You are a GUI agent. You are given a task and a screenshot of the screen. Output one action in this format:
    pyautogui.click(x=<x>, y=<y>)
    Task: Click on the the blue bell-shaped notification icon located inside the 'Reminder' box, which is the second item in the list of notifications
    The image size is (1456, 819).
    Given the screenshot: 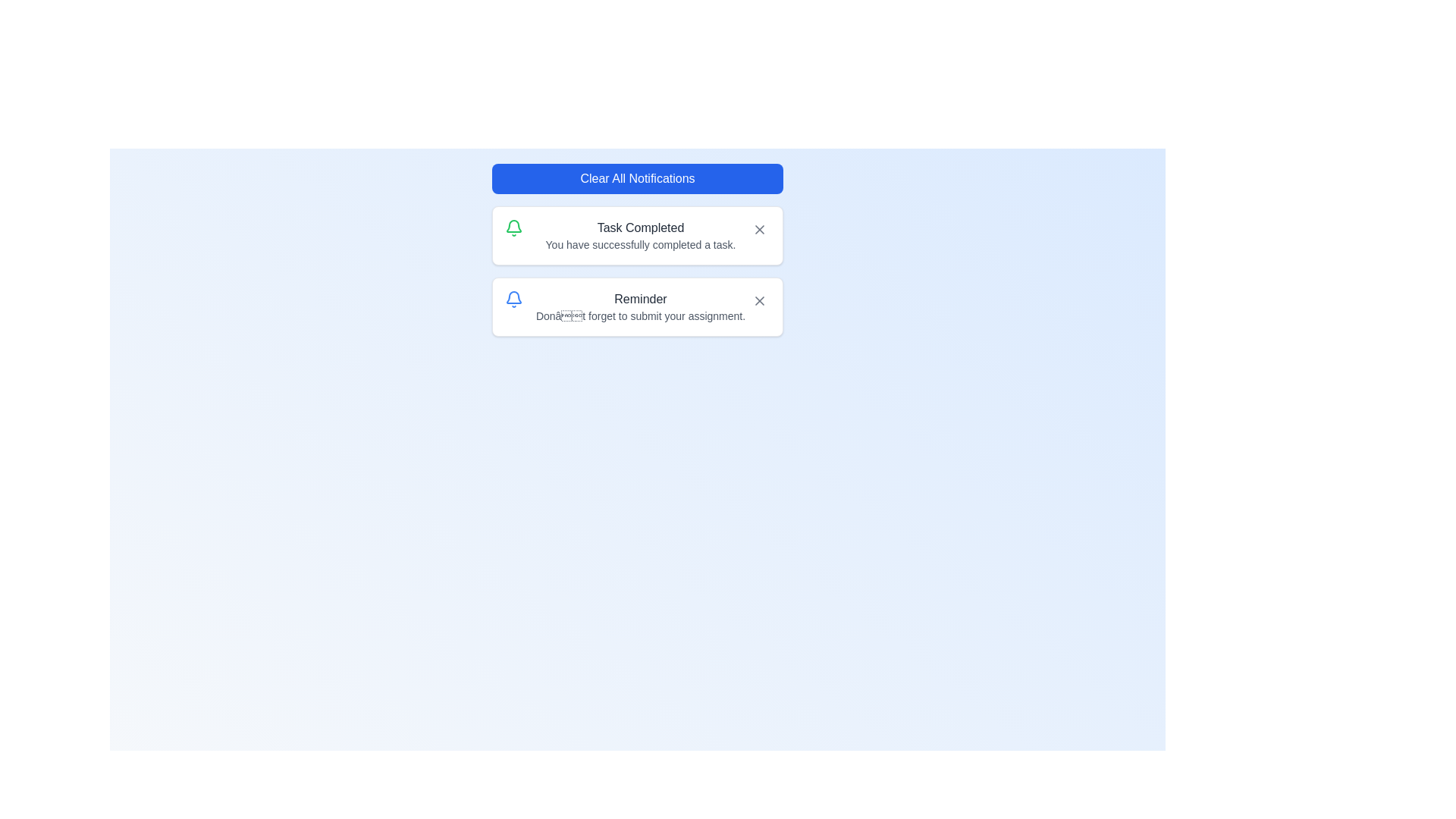 What is the action you would take?
    pyautogui.click(x=513, y=299)
    